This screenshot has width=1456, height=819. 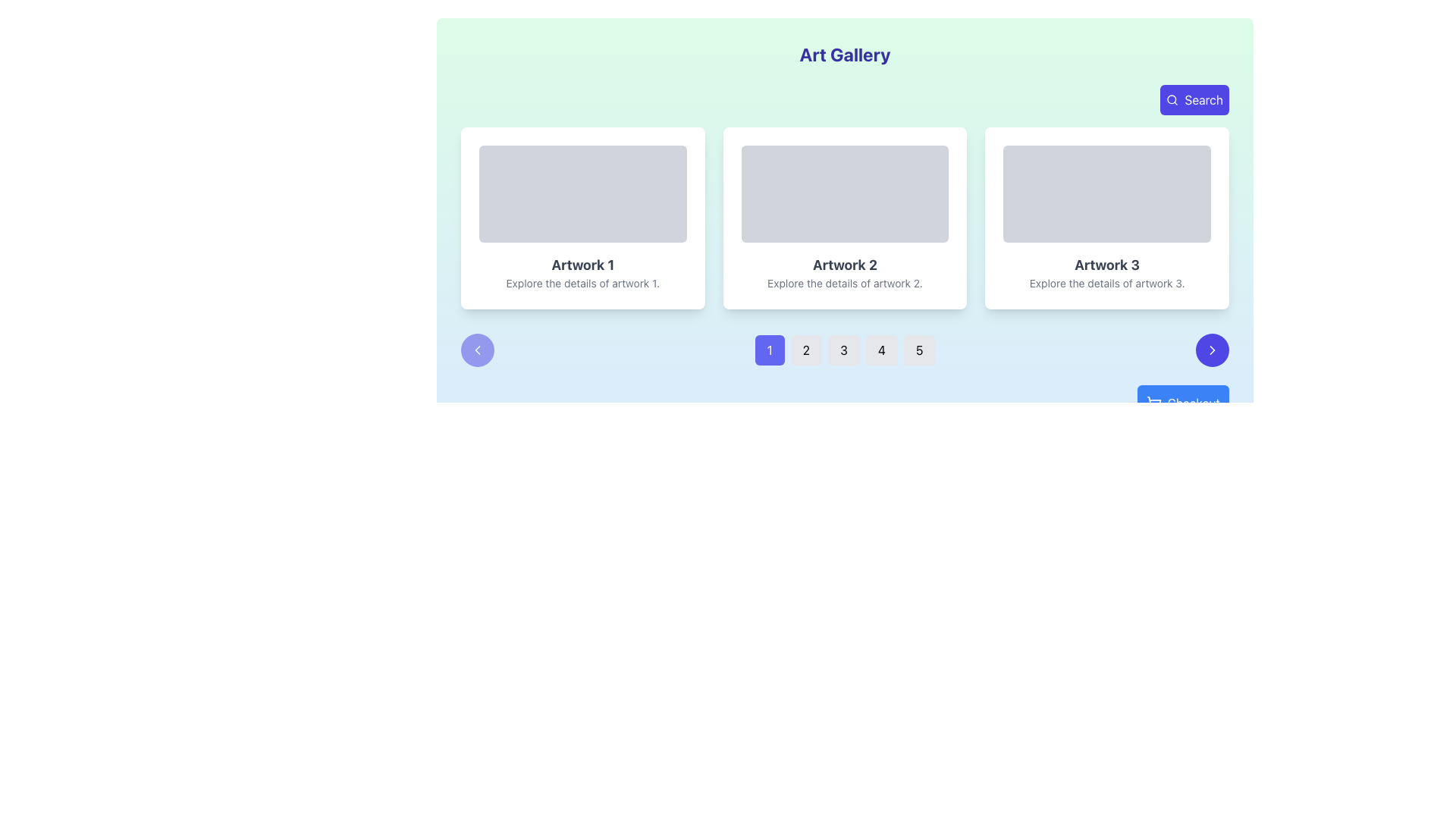 What do you see at coordinates (476, 350) in the screenshot?
I see `the chevron icon located in the bottom left corner of the interface, adjacent to pagination controls` at bounding box center [476, 350].